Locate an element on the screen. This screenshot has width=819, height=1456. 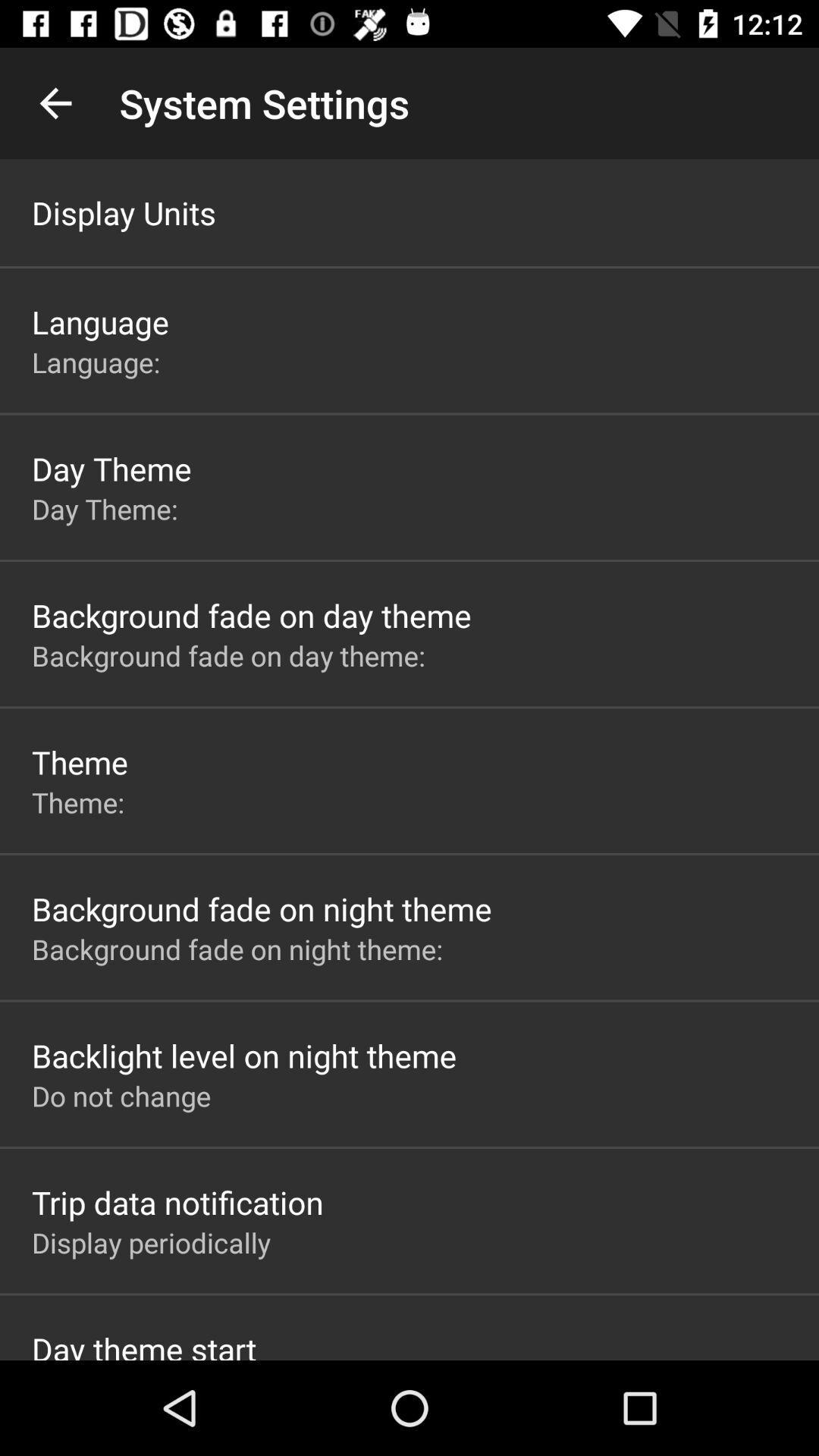
the app next to the system settings icon is located at coordinates (55, 102).